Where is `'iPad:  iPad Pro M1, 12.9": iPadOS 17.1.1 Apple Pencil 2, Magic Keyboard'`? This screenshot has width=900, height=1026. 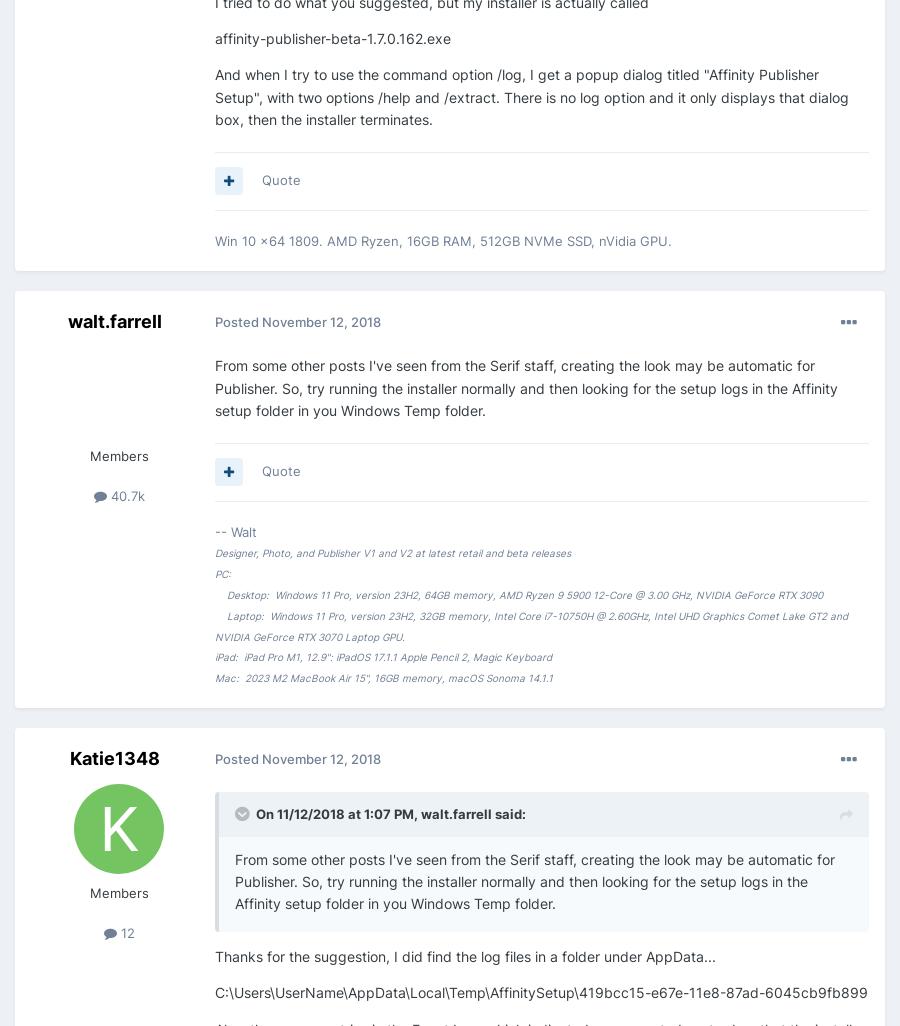 'iPad:  iPad Pro M1, 12.9": iPadOS 17.1.1 Apple Pencil 2, Magic Keyboard' is located at coordinates (215, 657).